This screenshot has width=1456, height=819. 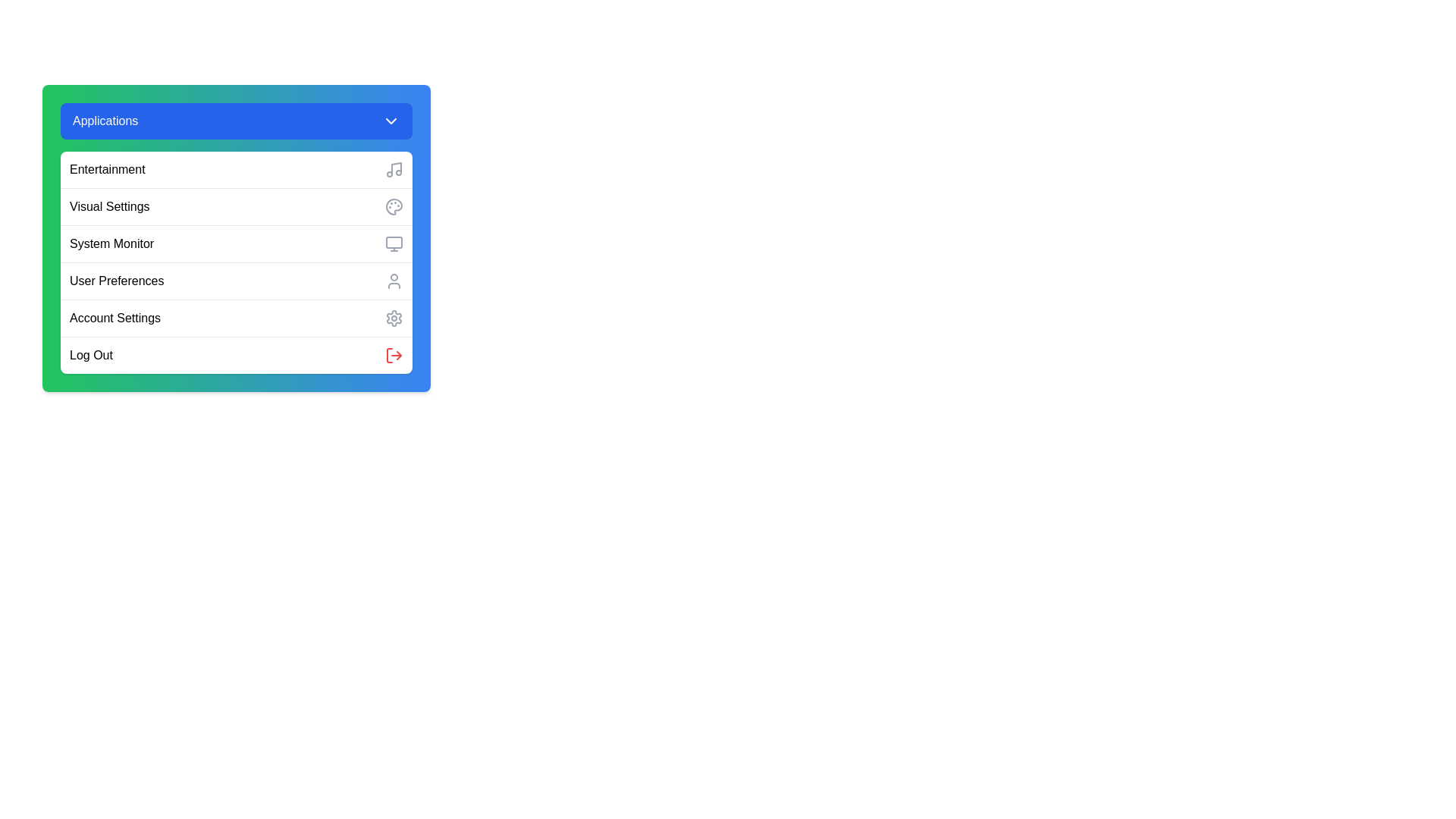 I want to click on the menu item System Monitor to observe the interaction effect, so click(x=236, y=243).